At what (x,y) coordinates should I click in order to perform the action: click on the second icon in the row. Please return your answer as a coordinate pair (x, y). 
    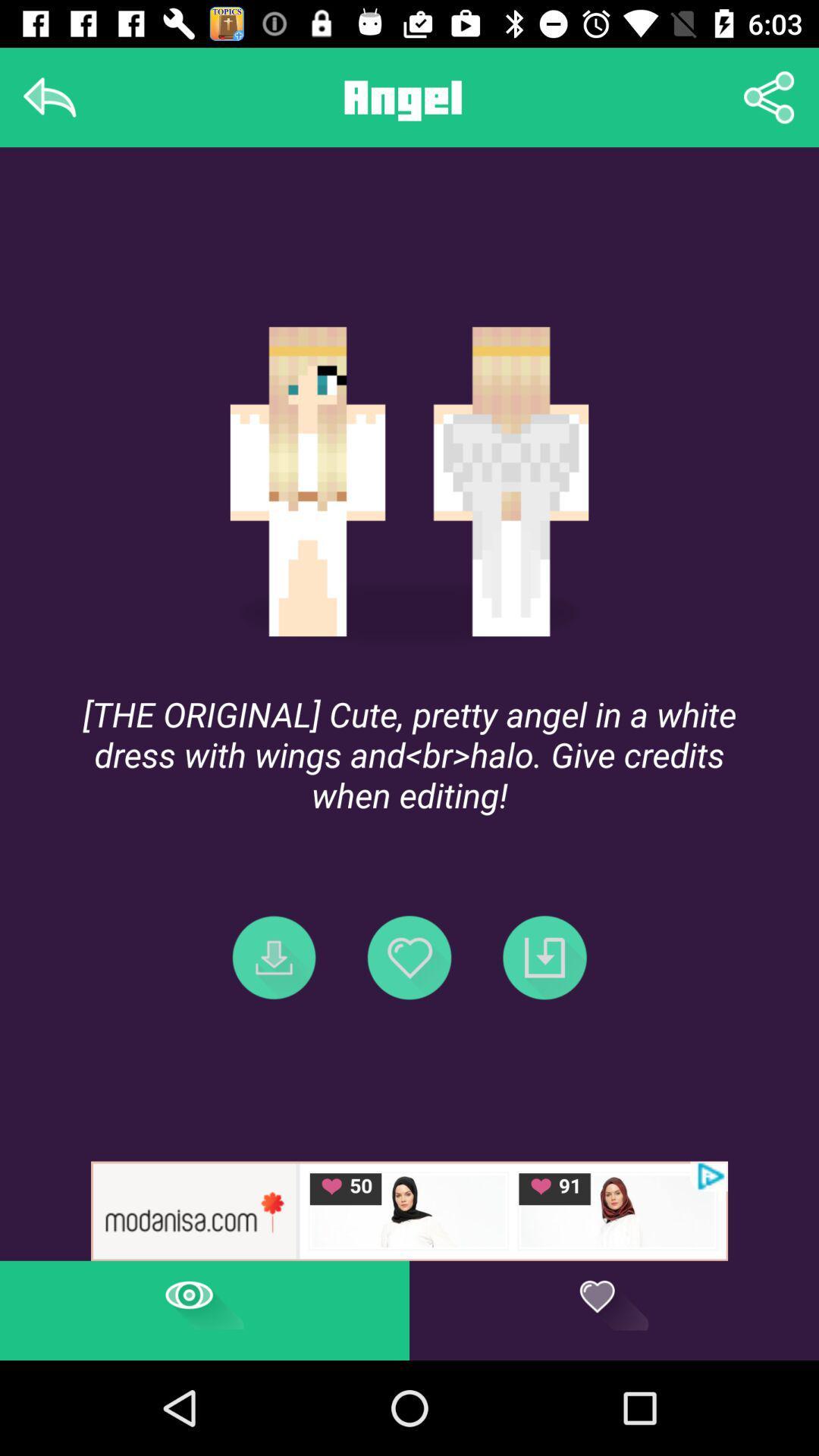
    Looking at the image, I should click on (409, 956).